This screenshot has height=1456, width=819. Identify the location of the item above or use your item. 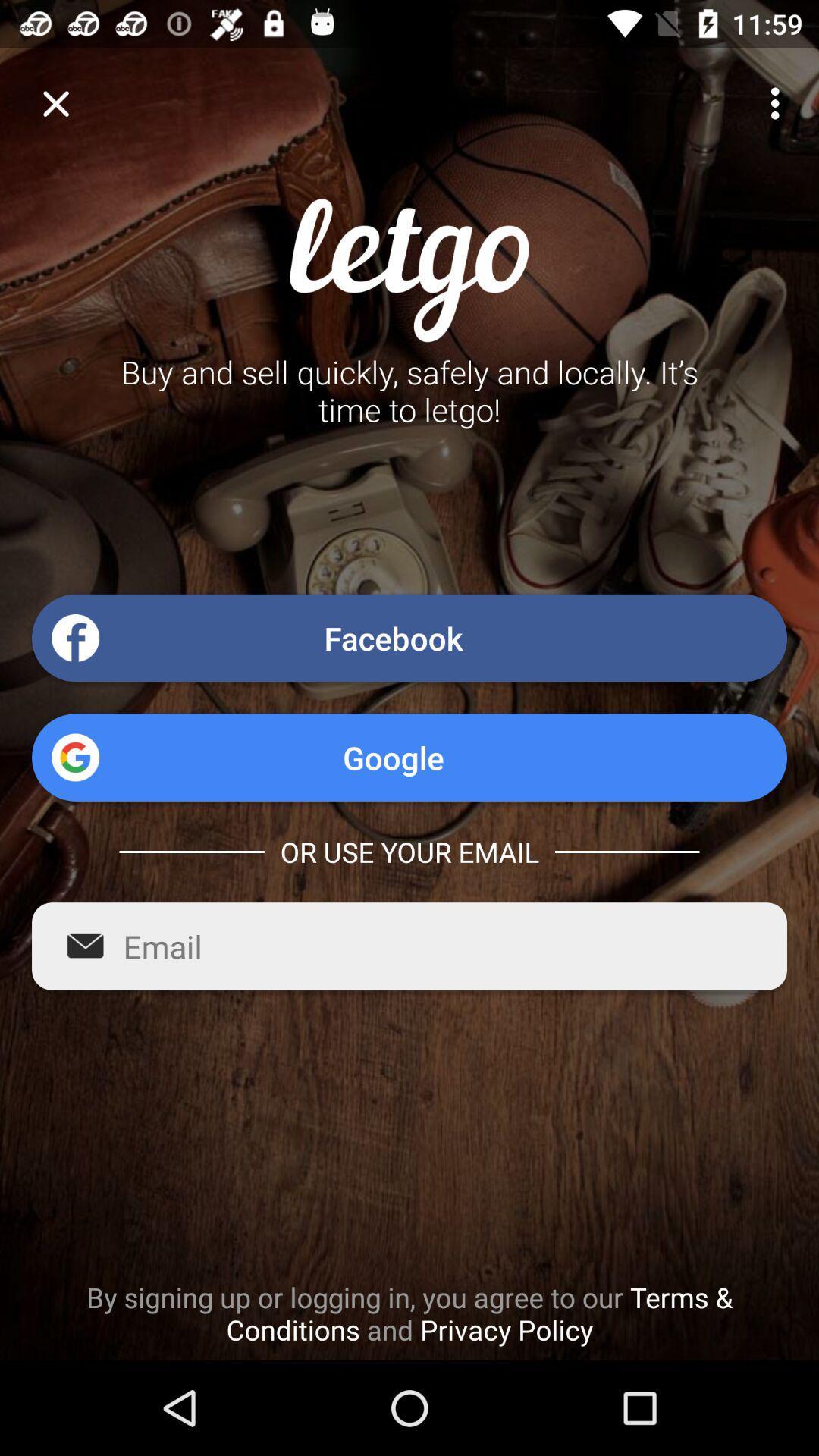
(409, 757).